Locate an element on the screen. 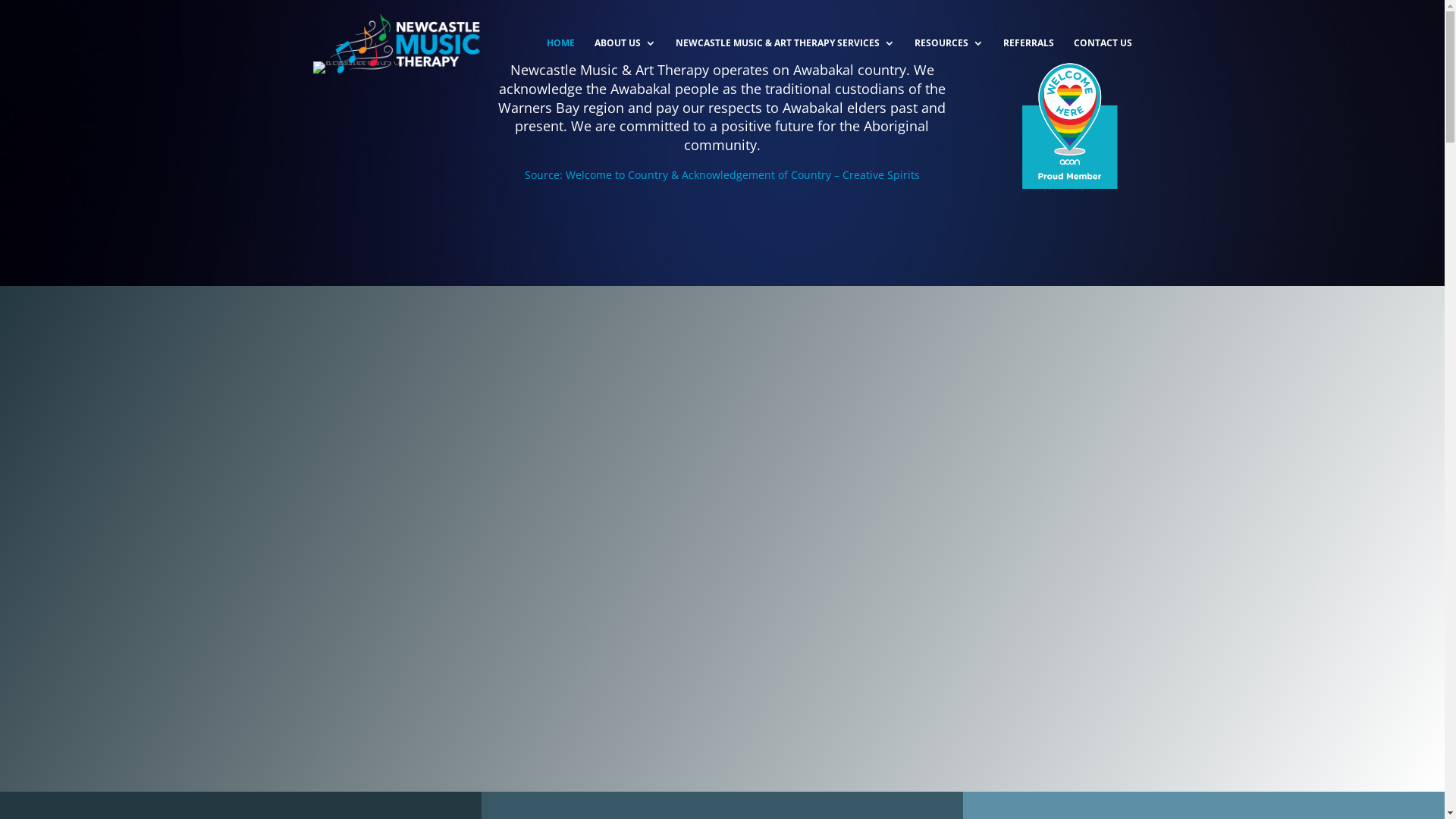  'RESOURCES' is located at coordinates (948, 61).